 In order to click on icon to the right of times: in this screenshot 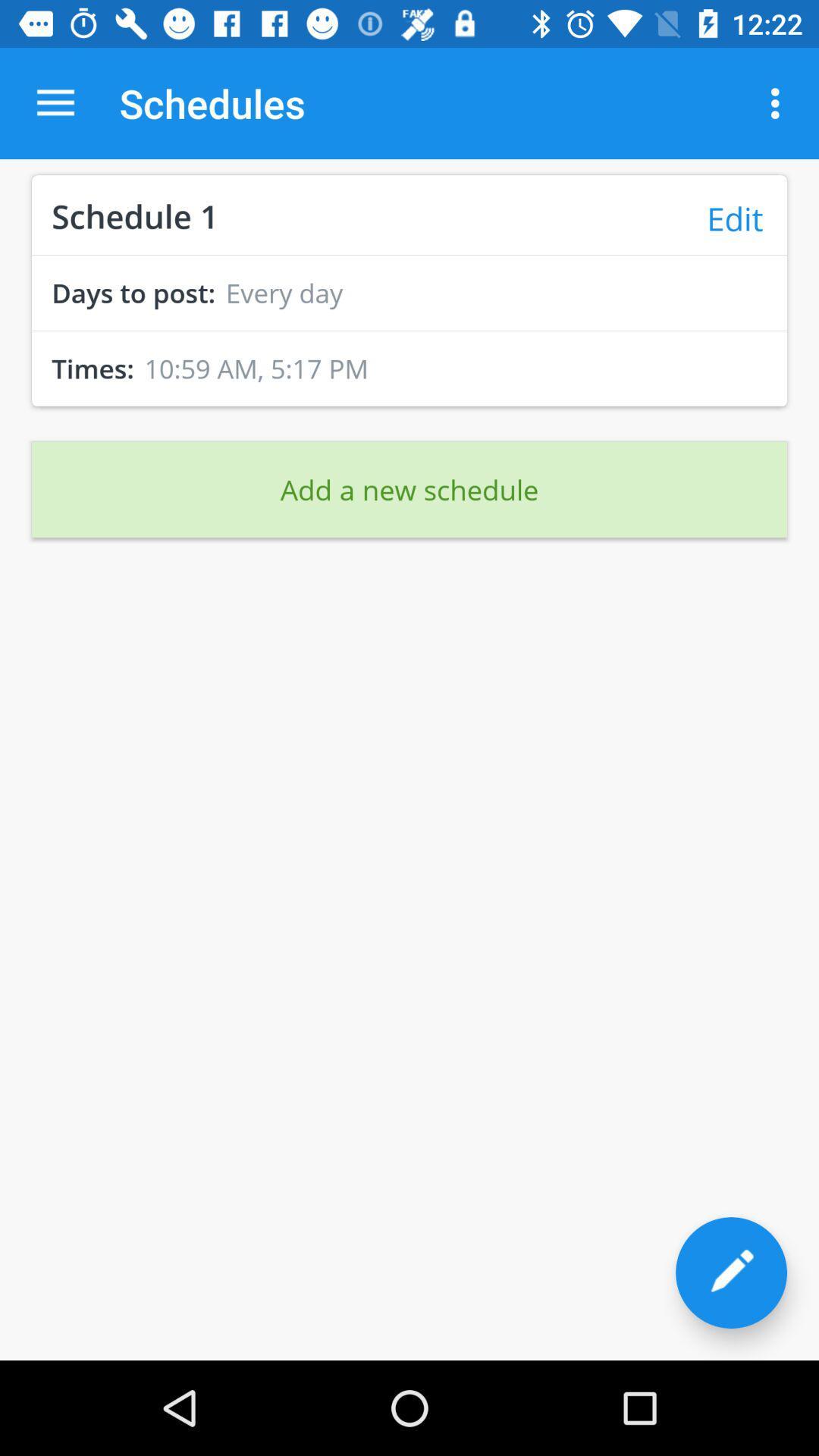, I will do `click(256, 368)`.